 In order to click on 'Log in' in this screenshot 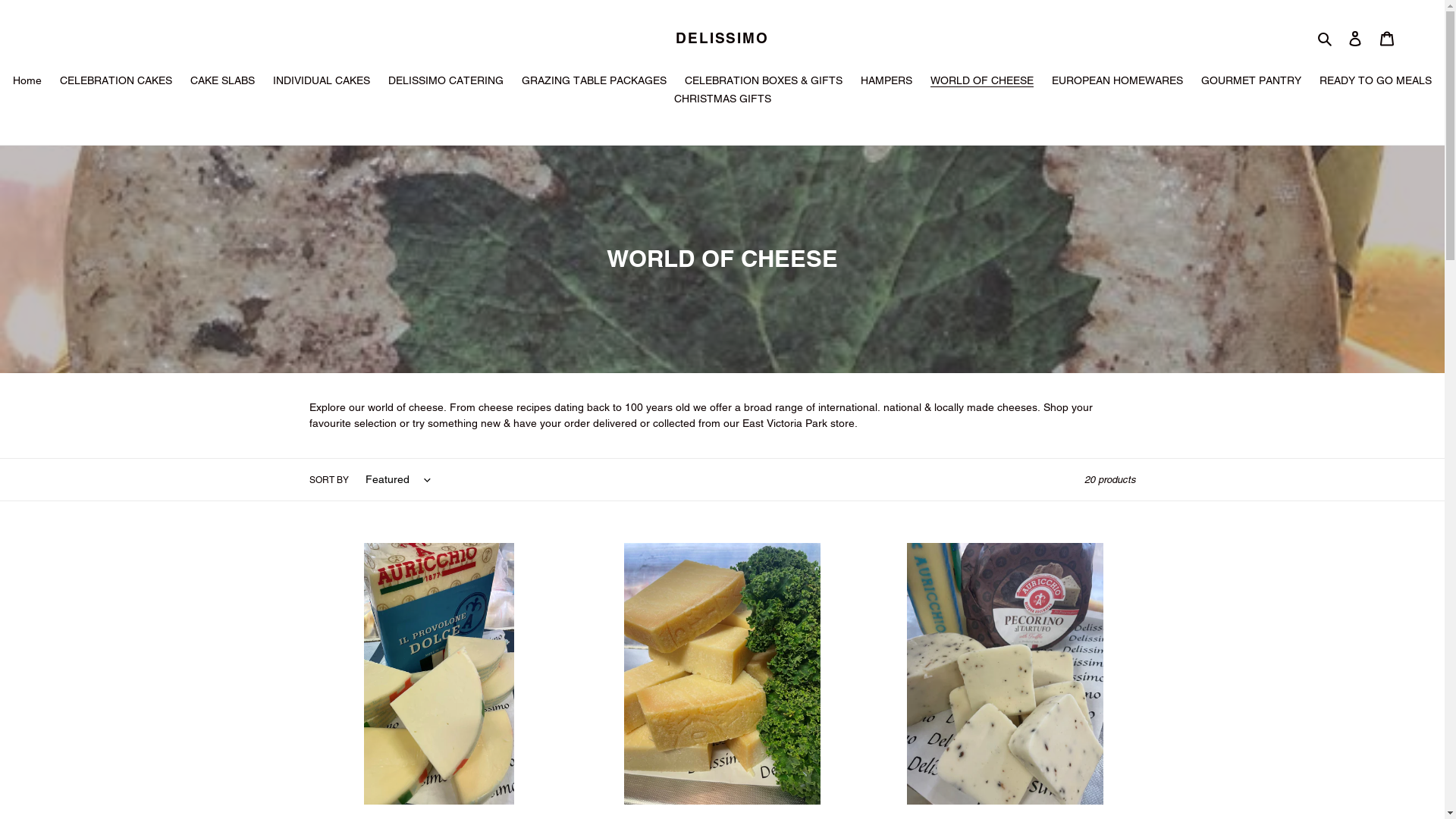, I will do `click(1354, 37)`.